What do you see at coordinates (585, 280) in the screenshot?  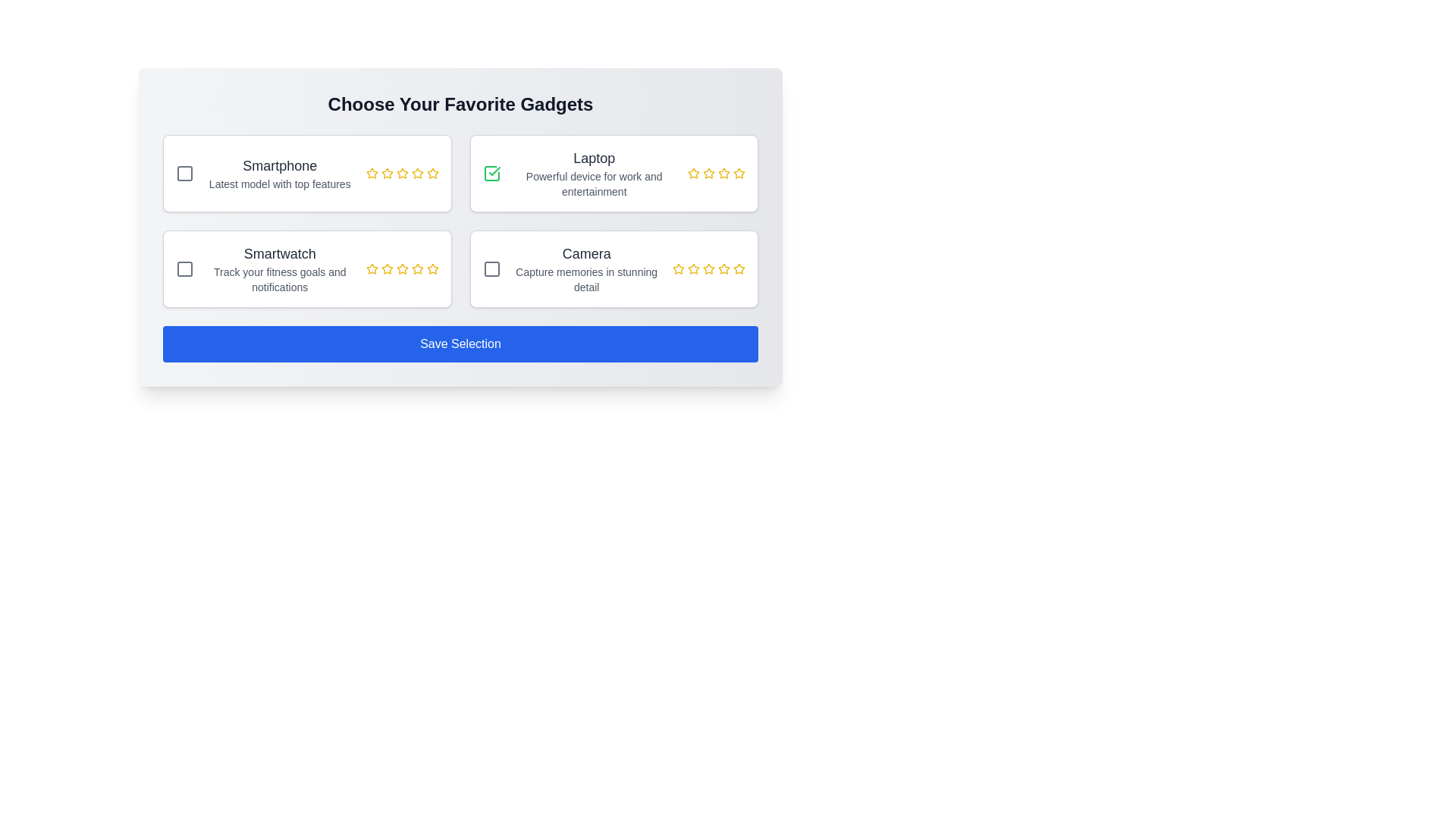 I see `the descriptive text reading 'Capture memories in stunning detail' located beneath the label 'Camera' in the third card of the second row` at bounding box center [585, 280].